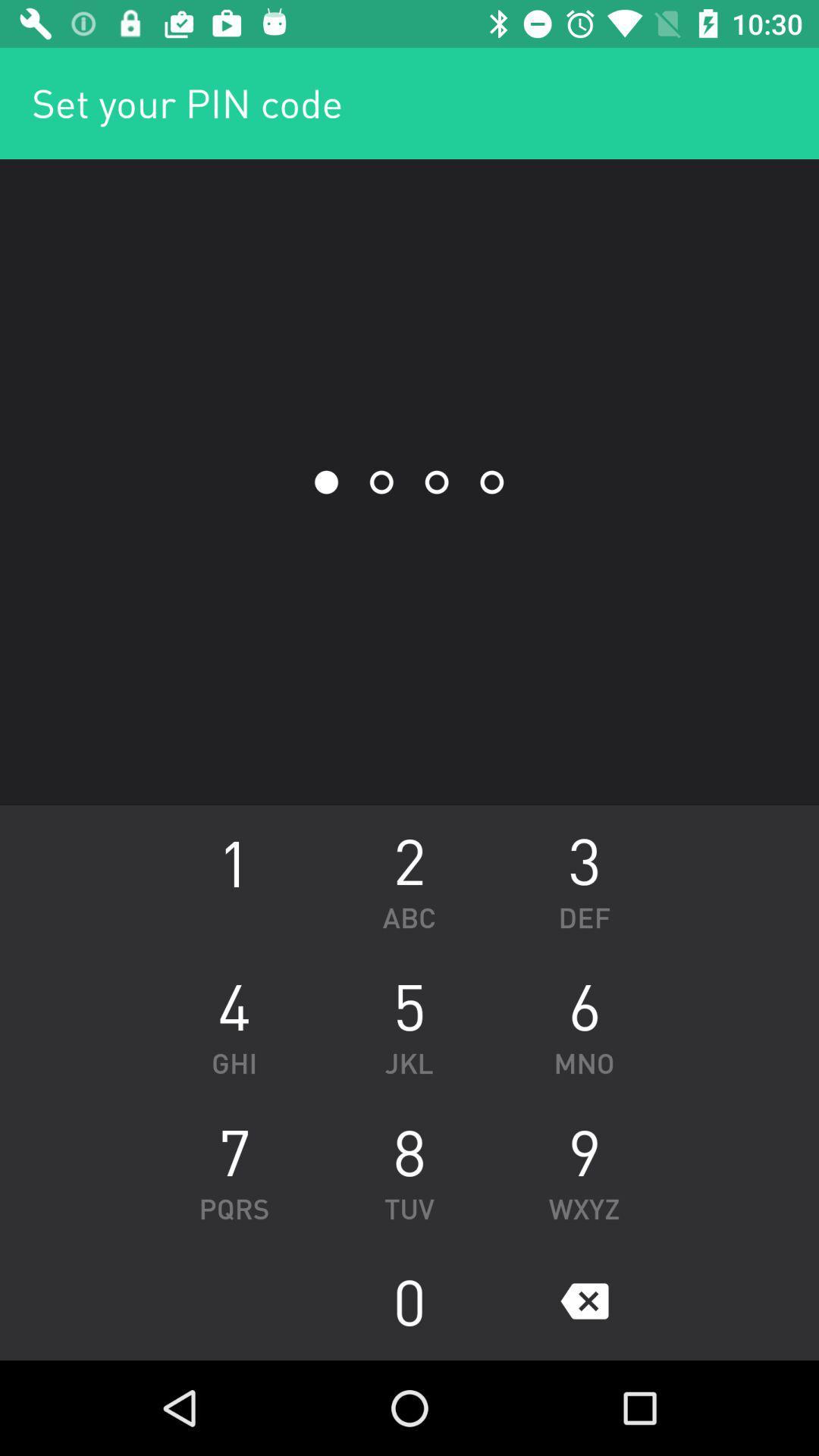 The width and height of the screenshot is (819, 1456). I want to click on item below the tuv item, so click(409, 1300).